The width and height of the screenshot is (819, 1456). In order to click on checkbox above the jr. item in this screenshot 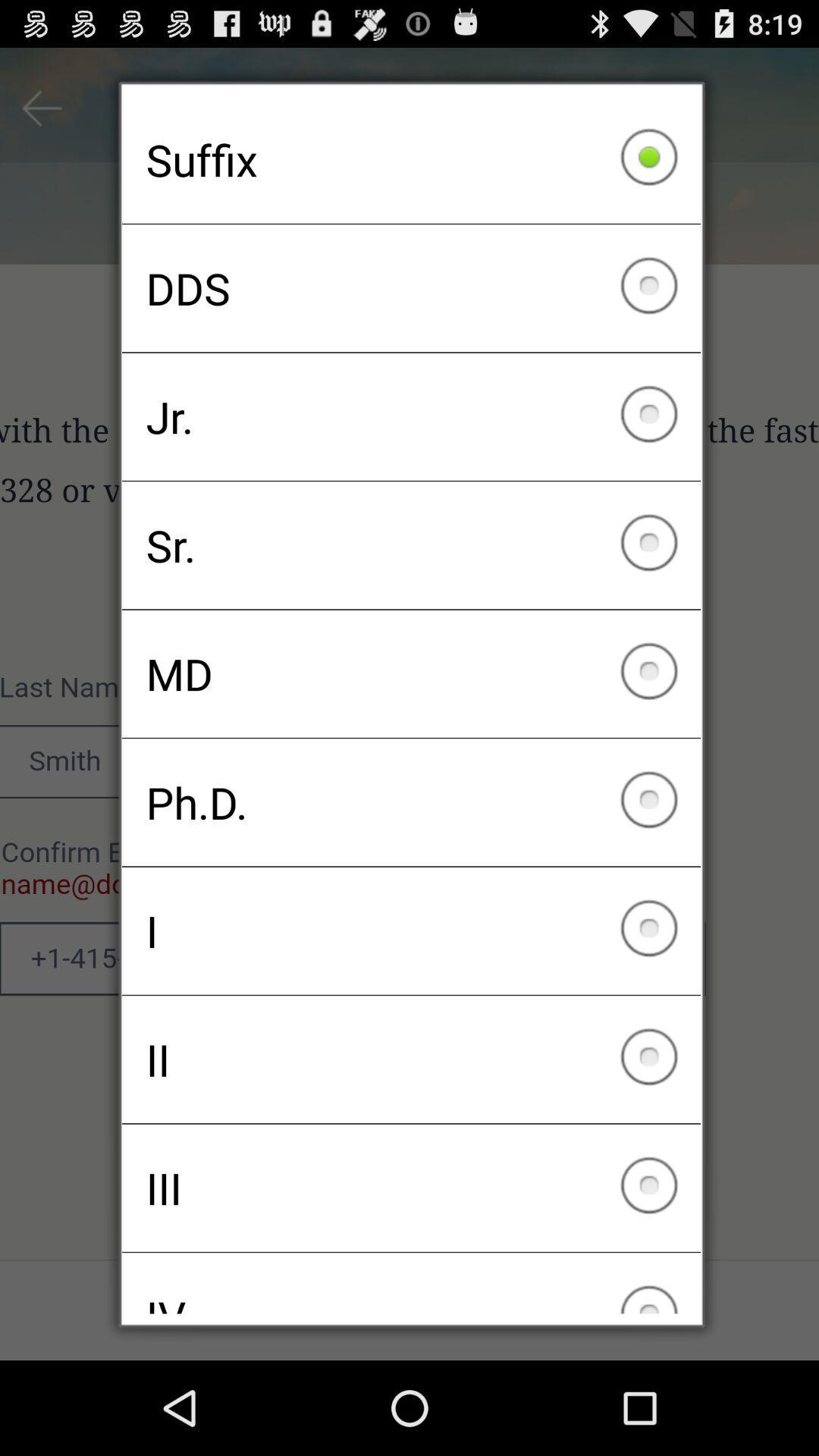, I will do `click(411, 288)`.